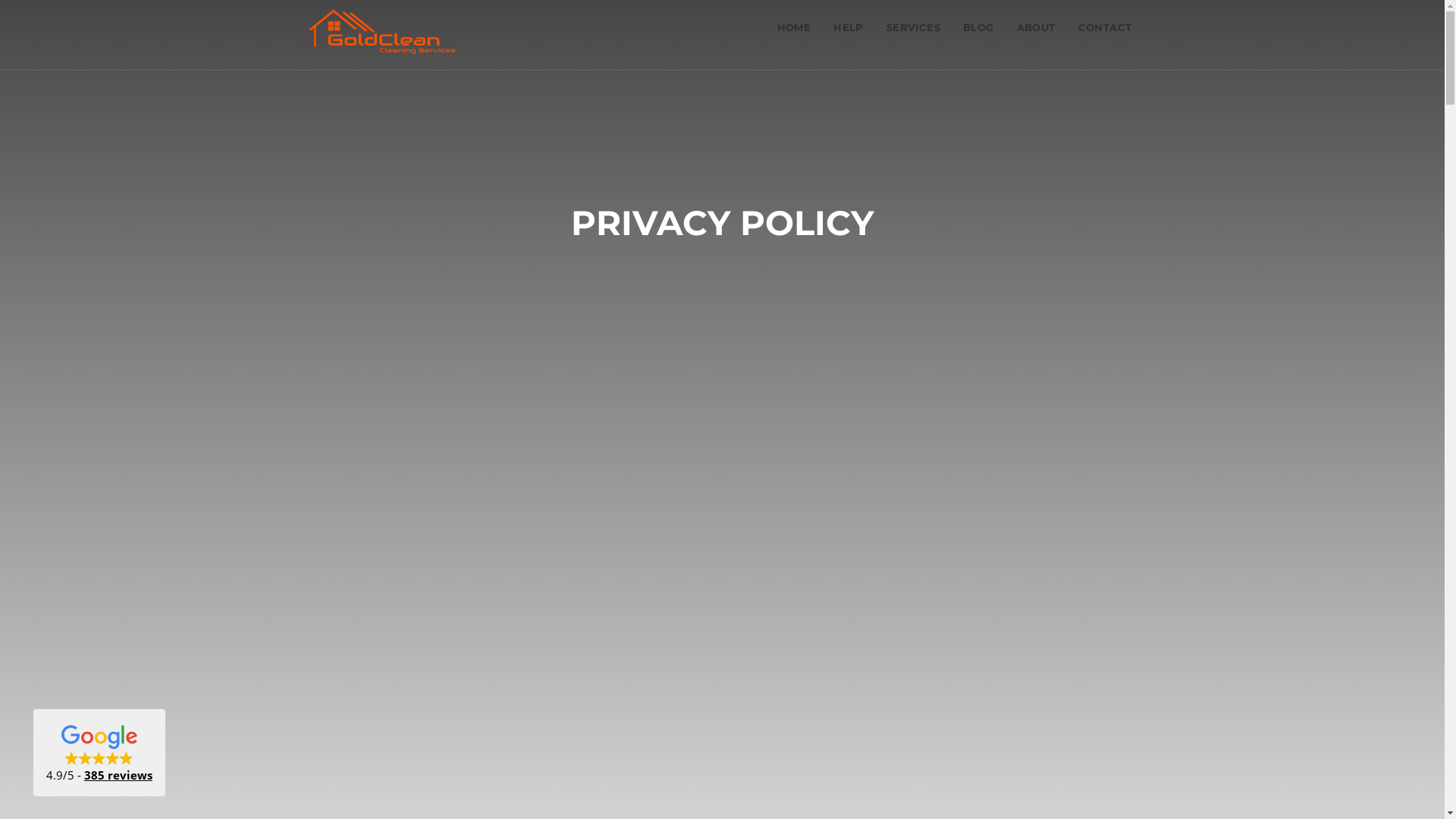 This screenshot has width=1456, height=819. Describe the element at coordinates (912, 27) in the screenshot. I see `'SERVICES'` at that location.